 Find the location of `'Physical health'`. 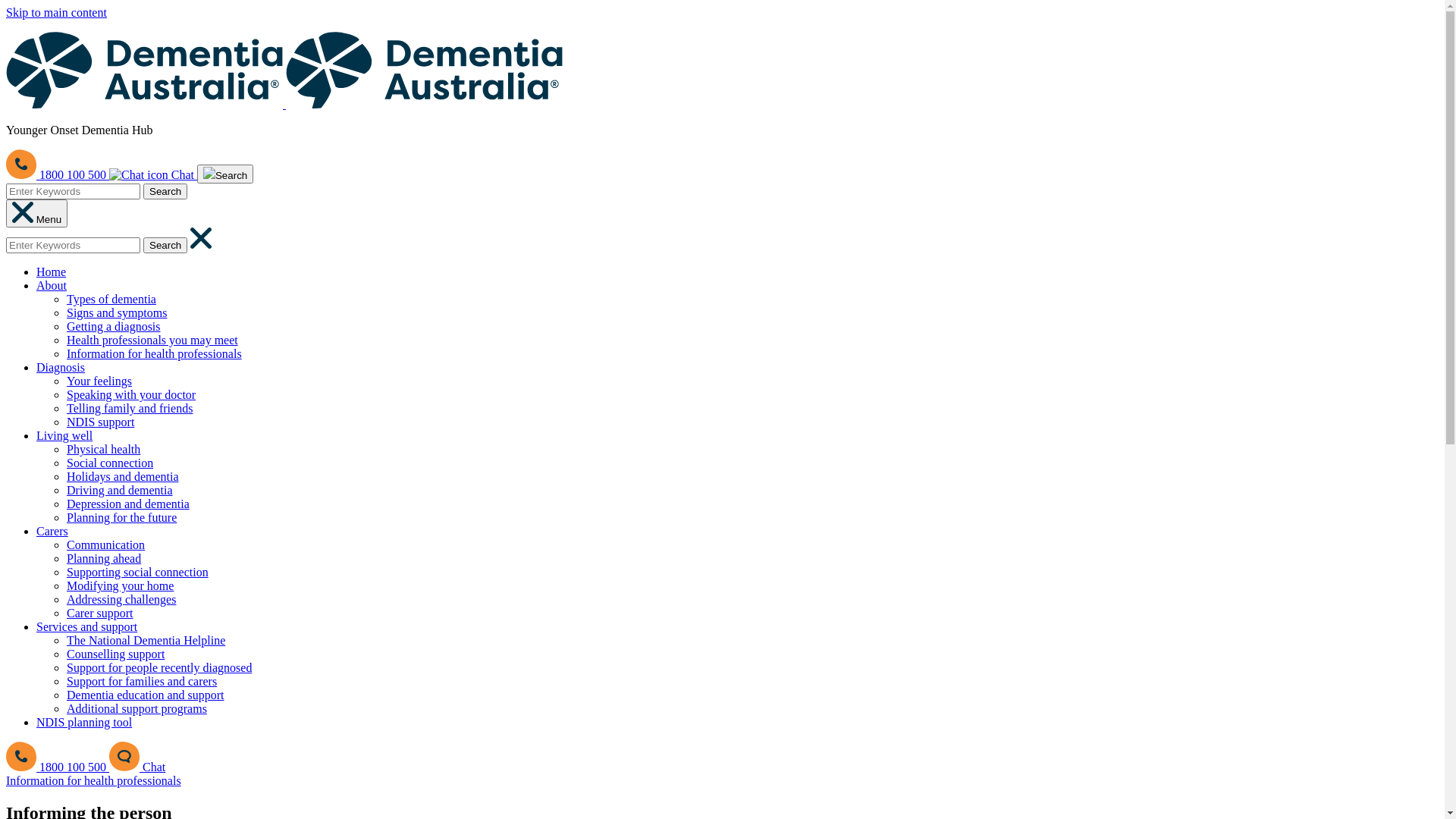

'Physical health' is located at coordinates (102, 448).